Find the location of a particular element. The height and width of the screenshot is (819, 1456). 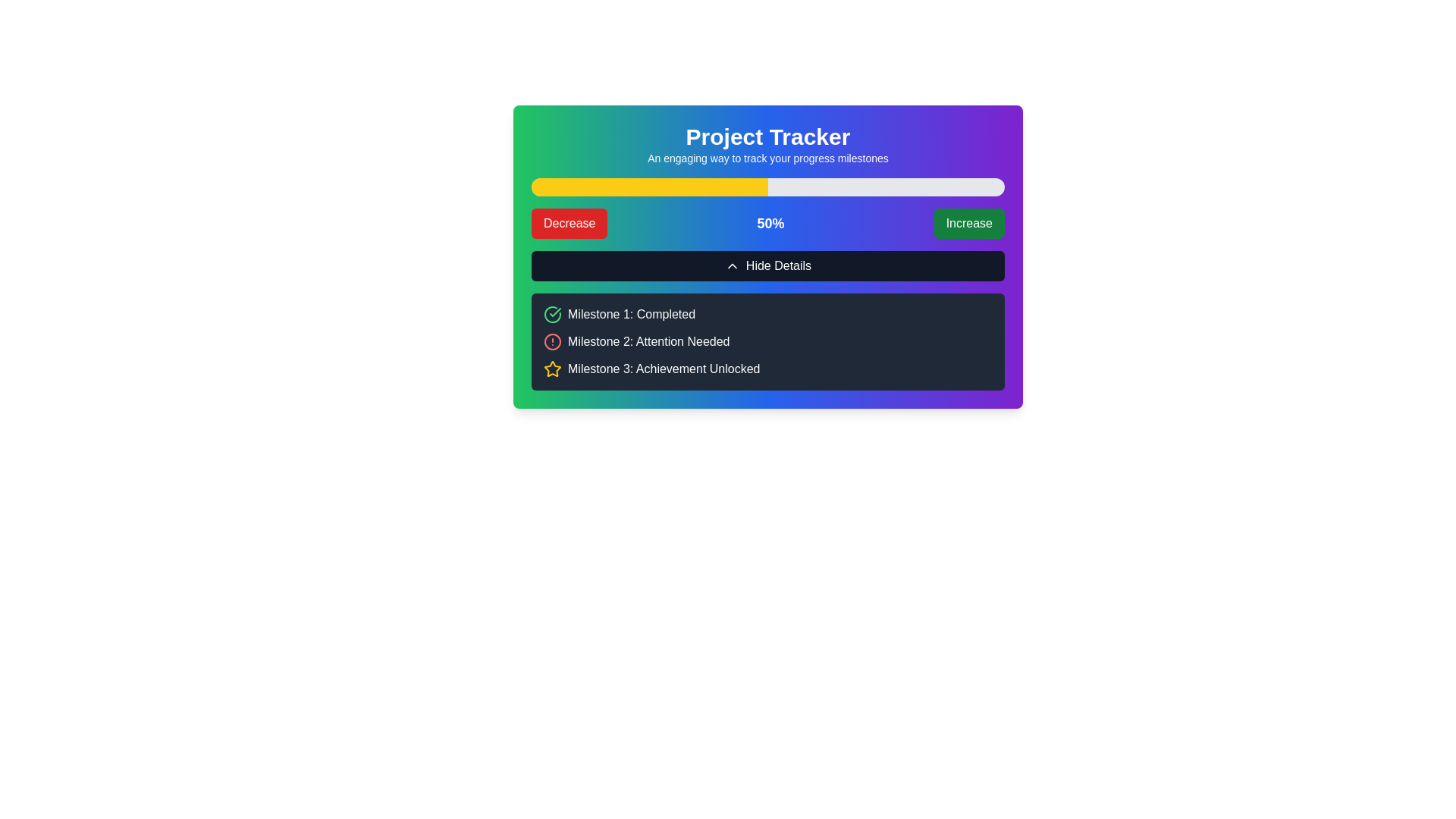

the static text subtitle or tagline located directly below the title 'Project Tracker' in the header of the card is located at coordinates (767, 158).